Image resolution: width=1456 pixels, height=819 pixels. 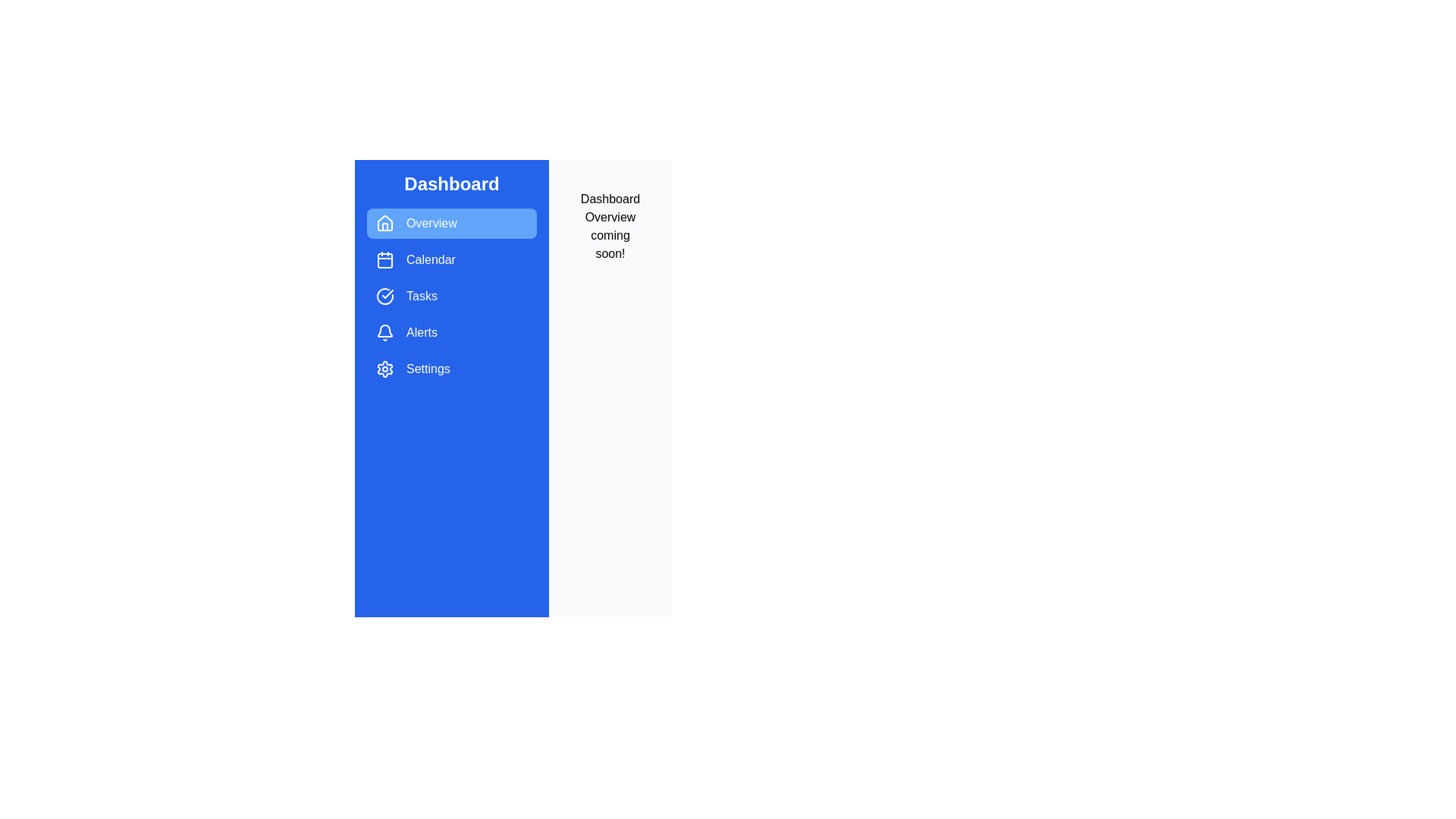 What do you see at coordinates (450, 296) in the screenshot?
I see `the third interactive button in the vertical navigation menu, located between the 'Calendar' and 'Alerts' buttons, to trigger hover effects` at bounding box center [450, 296].